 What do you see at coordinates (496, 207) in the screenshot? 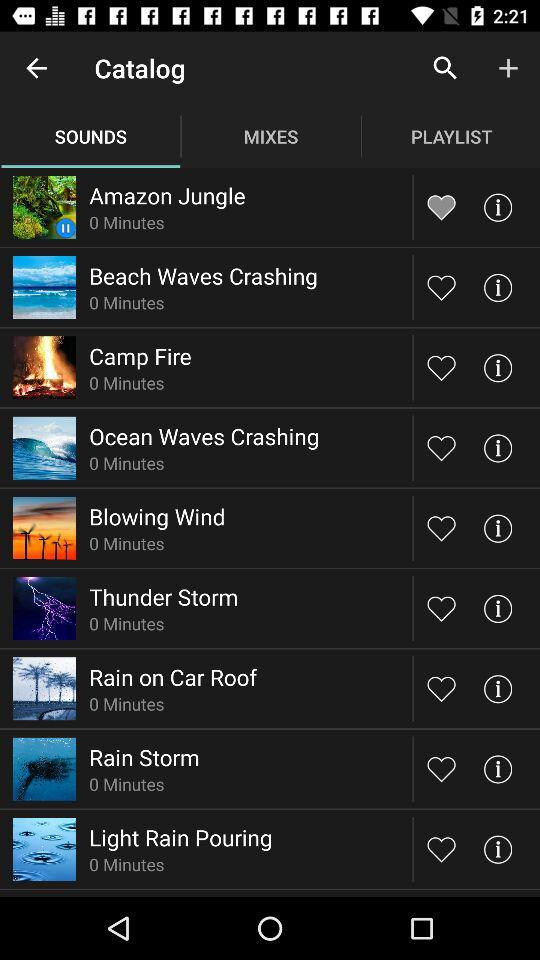
I see `check information` at bounding box center [496, 207].